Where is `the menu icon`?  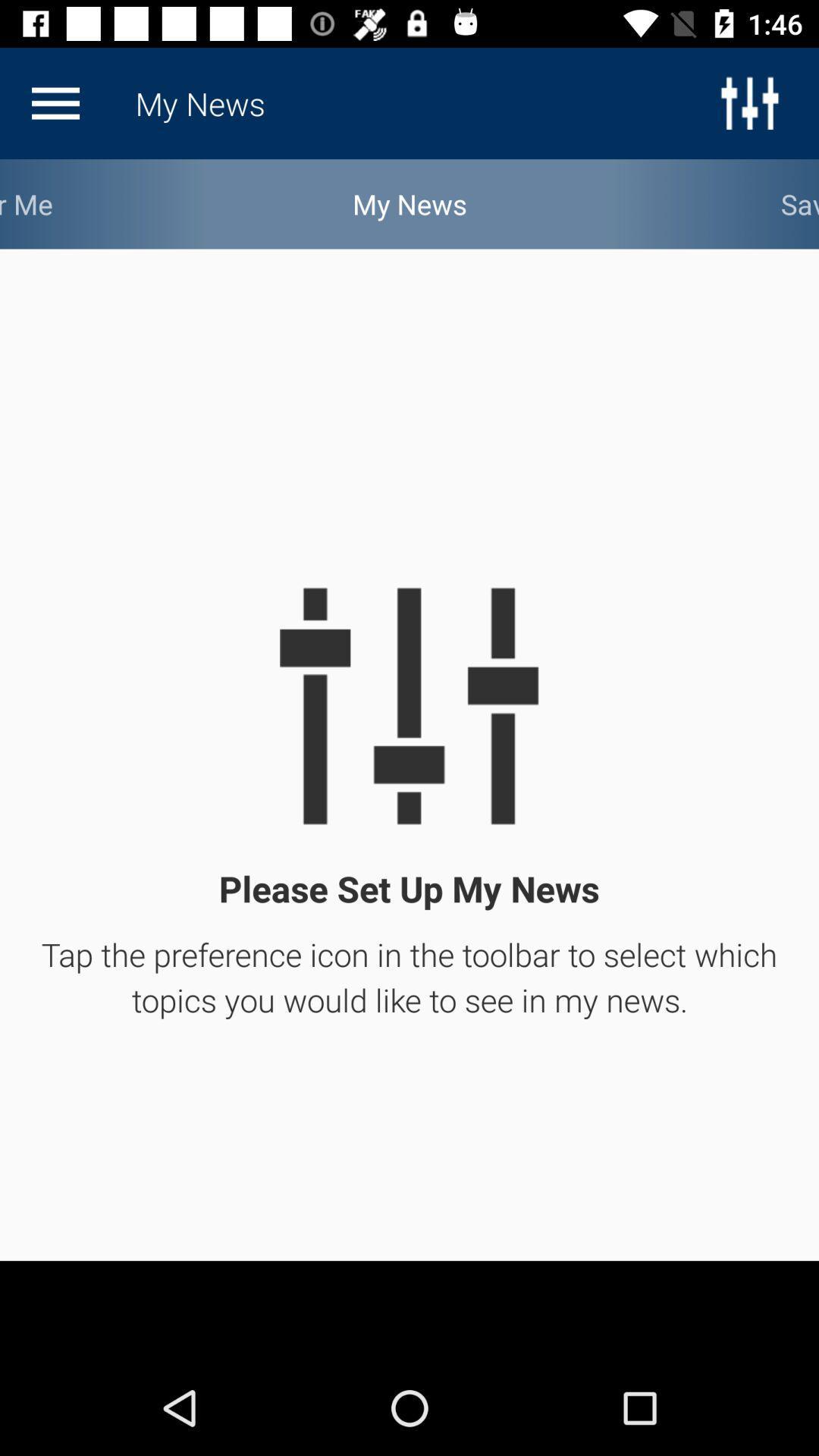
the menu icon is located at coordinates (55, 102).